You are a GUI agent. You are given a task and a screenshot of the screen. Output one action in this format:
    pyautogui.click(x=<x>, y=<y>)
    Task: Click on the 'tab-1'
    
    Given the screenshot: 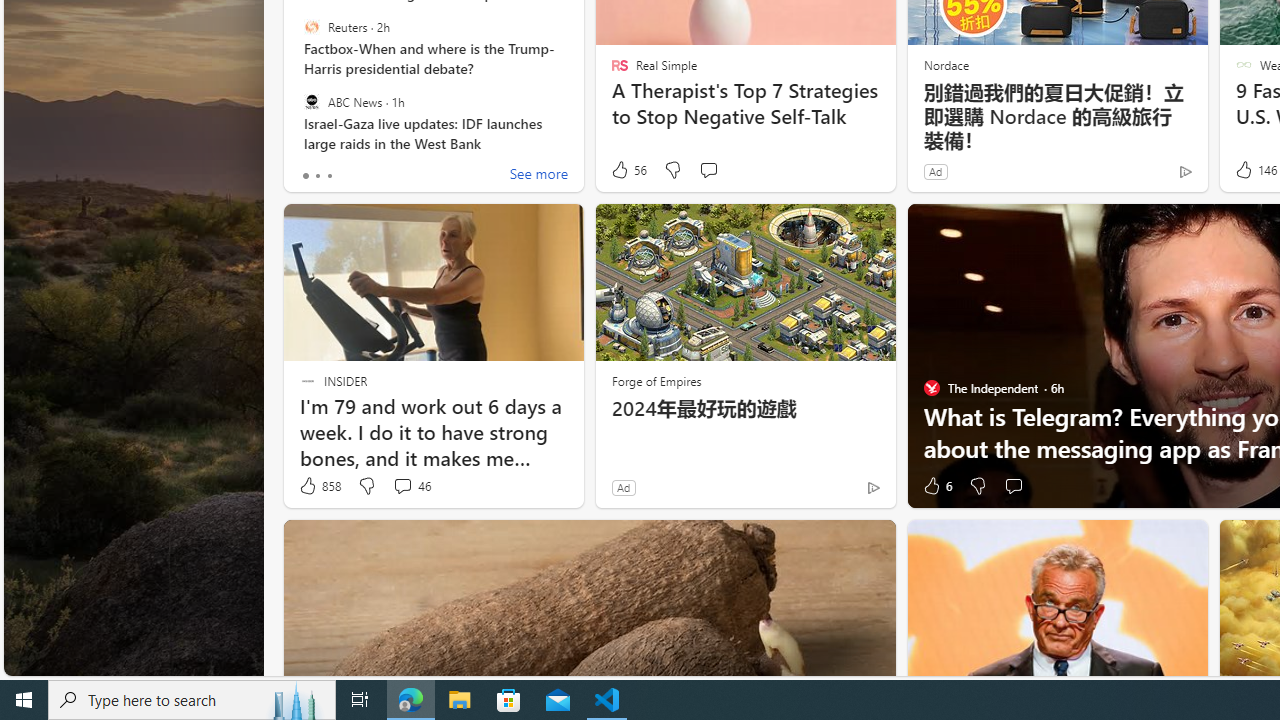 What is the action you would take?
    pyautogui.click(x=316, y=175)
    